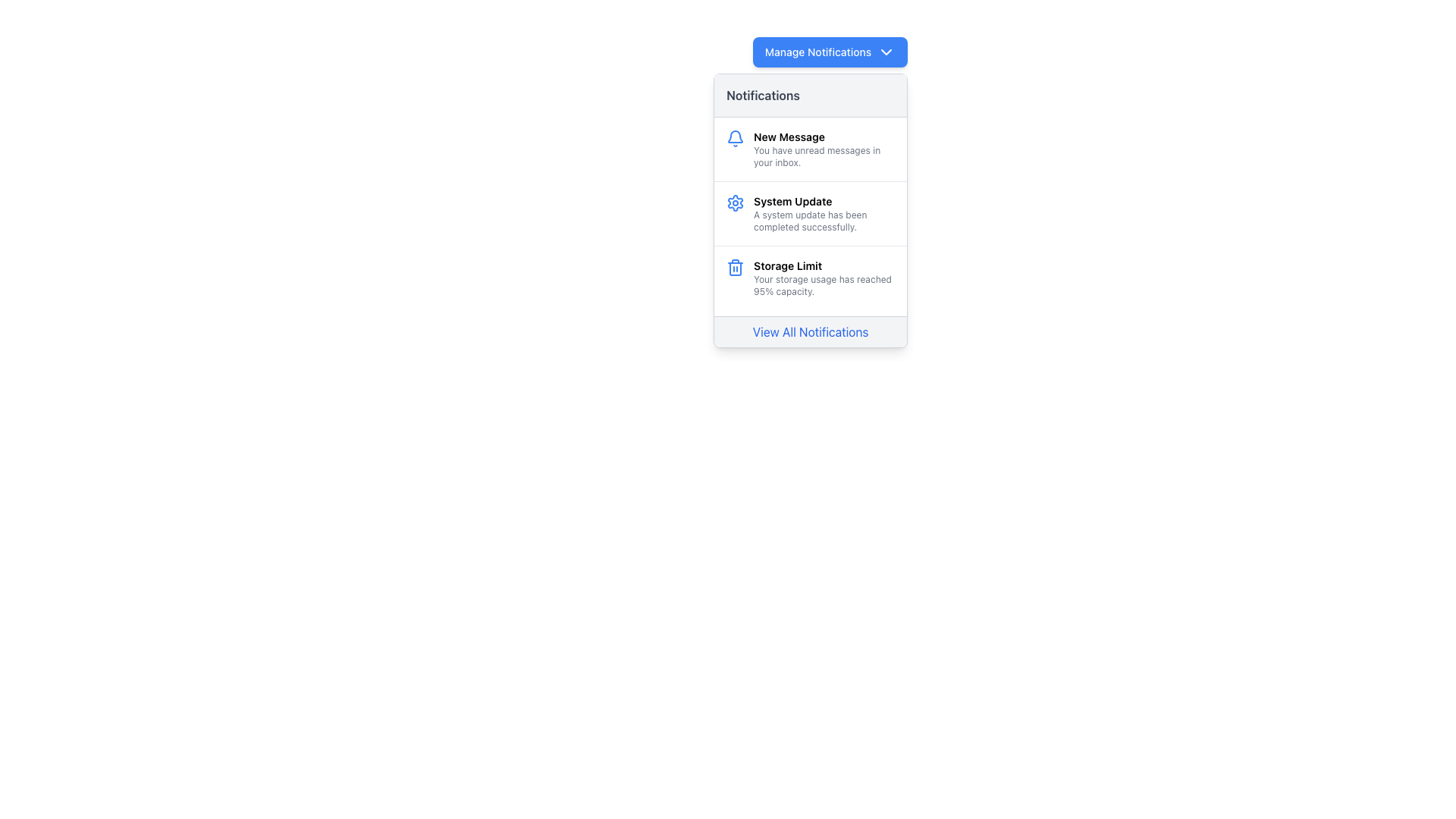  Describe the element at coordinates (824, 286) in the screenshot. I see `information from the Text Label indicating that the storage usage has reached 95% of the available capacity, positioned below the 'Storage Limit' label within the notification card` at that location.